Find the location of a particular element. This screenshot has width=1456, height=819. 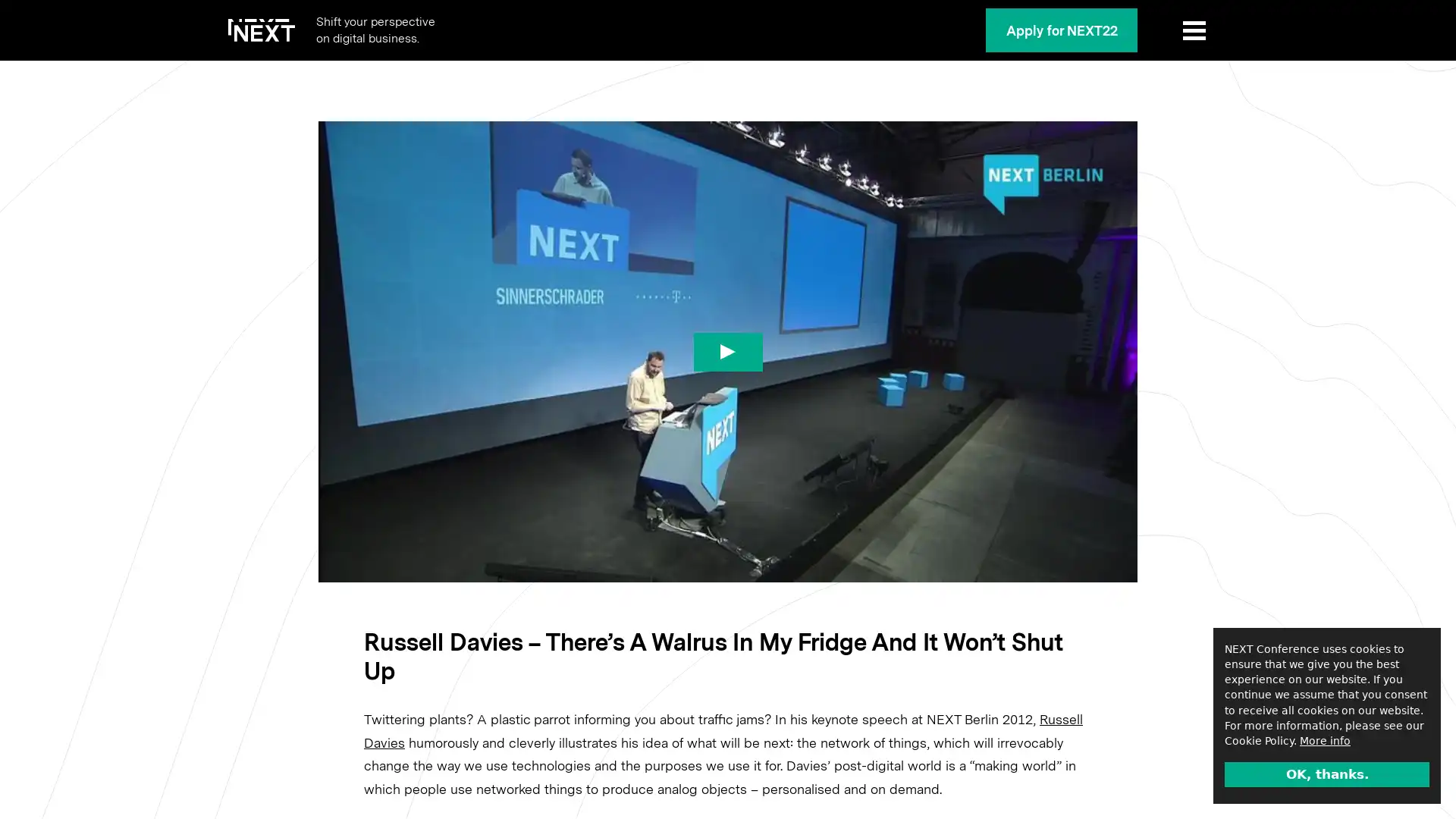

Show Menu is located at coordinates (1193, 30).